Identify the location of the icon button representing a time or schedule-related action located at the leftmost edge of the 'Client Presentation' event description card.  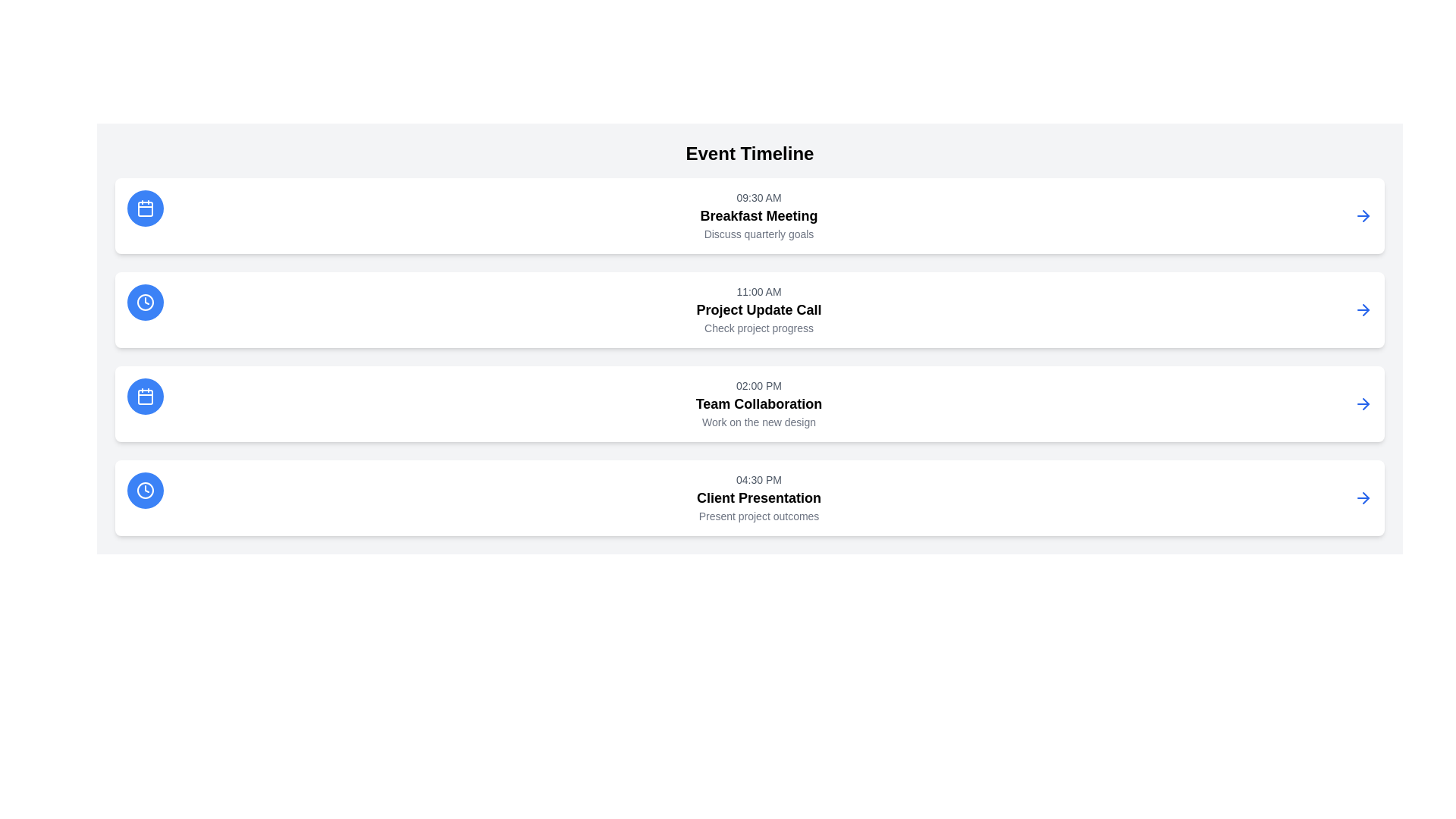
(146, 491).